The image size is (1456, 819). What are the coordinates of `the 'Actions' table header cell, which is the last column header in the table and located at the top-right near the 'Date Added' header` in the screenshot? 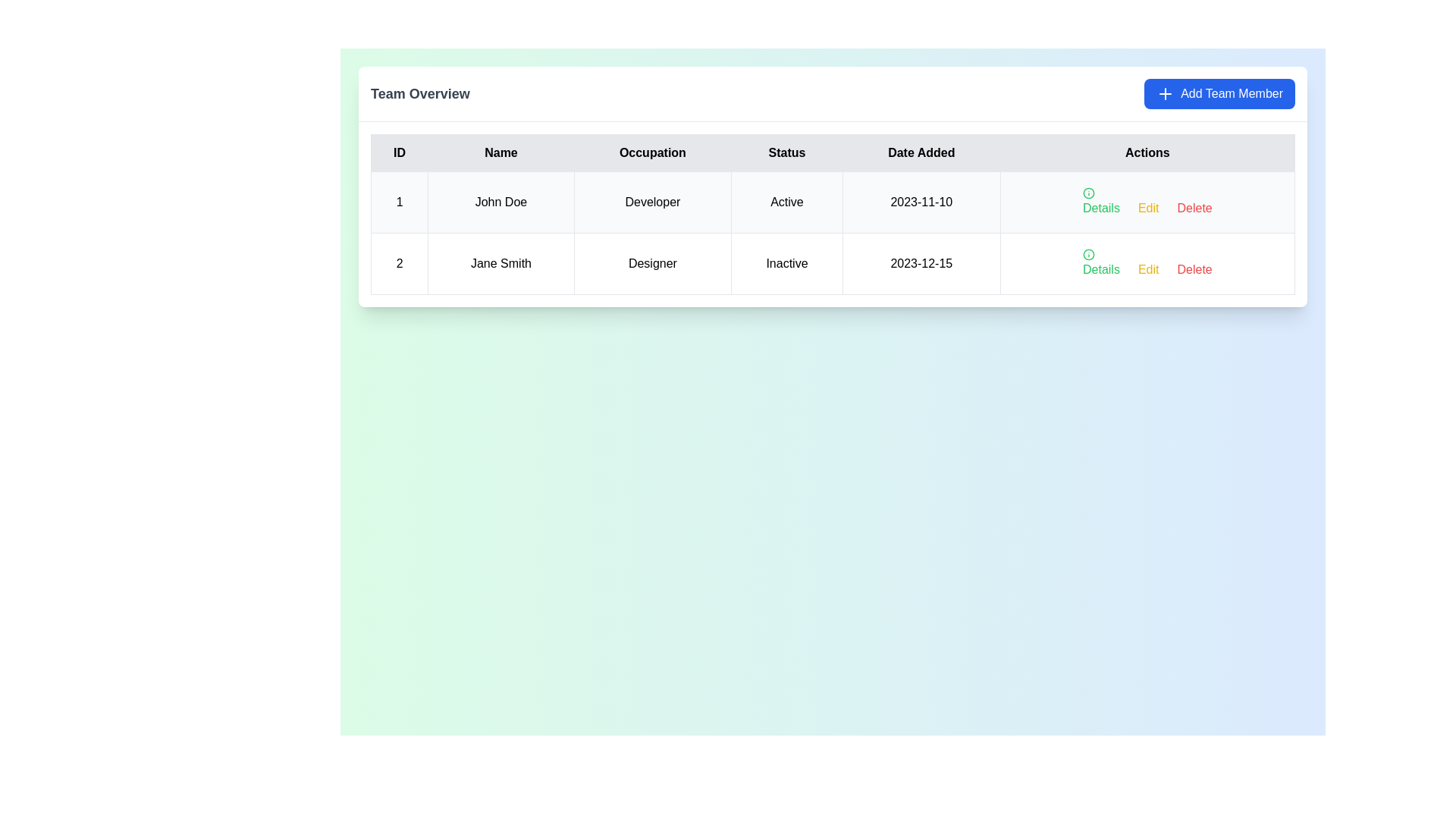 It's located at (1147, 152).